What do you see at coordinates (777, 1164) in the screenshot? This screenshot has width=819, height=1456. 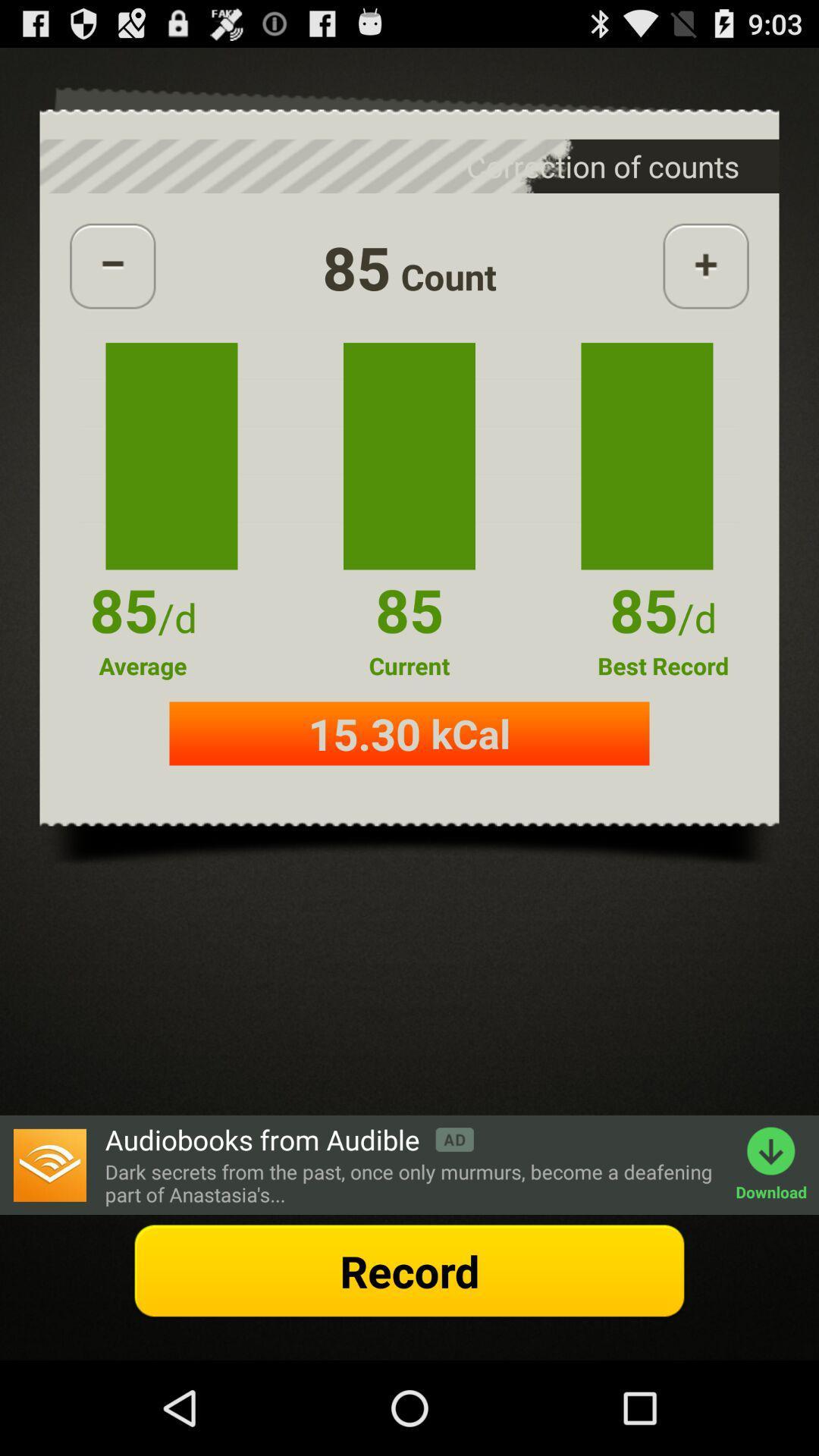 I see `the download button on the bottom right` at bounding box center [777, 1164].